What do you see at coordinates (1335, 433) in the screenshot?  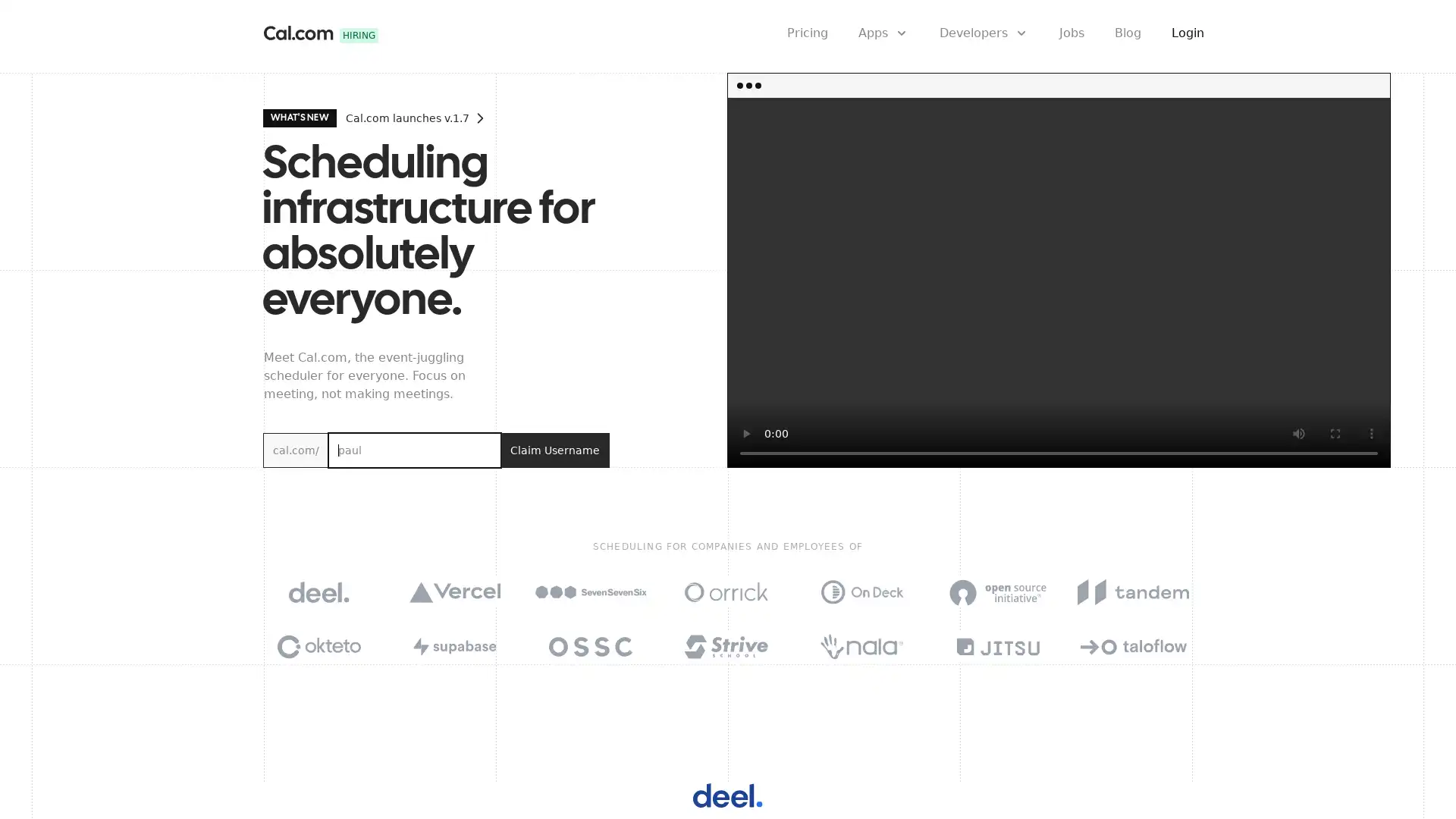 I see `enter full screen` at bounding box center [1335, 433].